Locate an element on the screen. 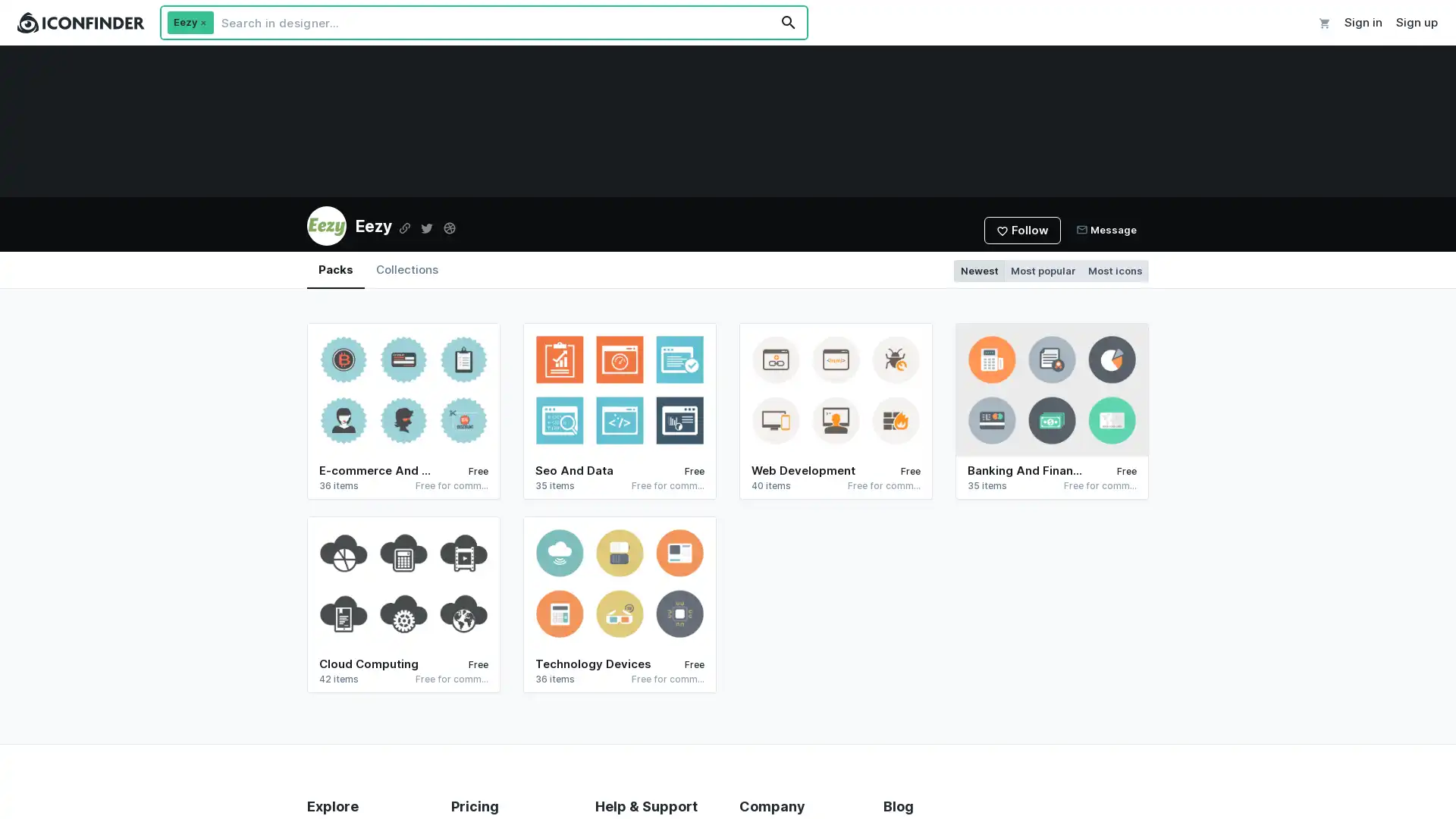 This screenshot has height=819, width=1456. Follow is located at coordinates (1022, 231).